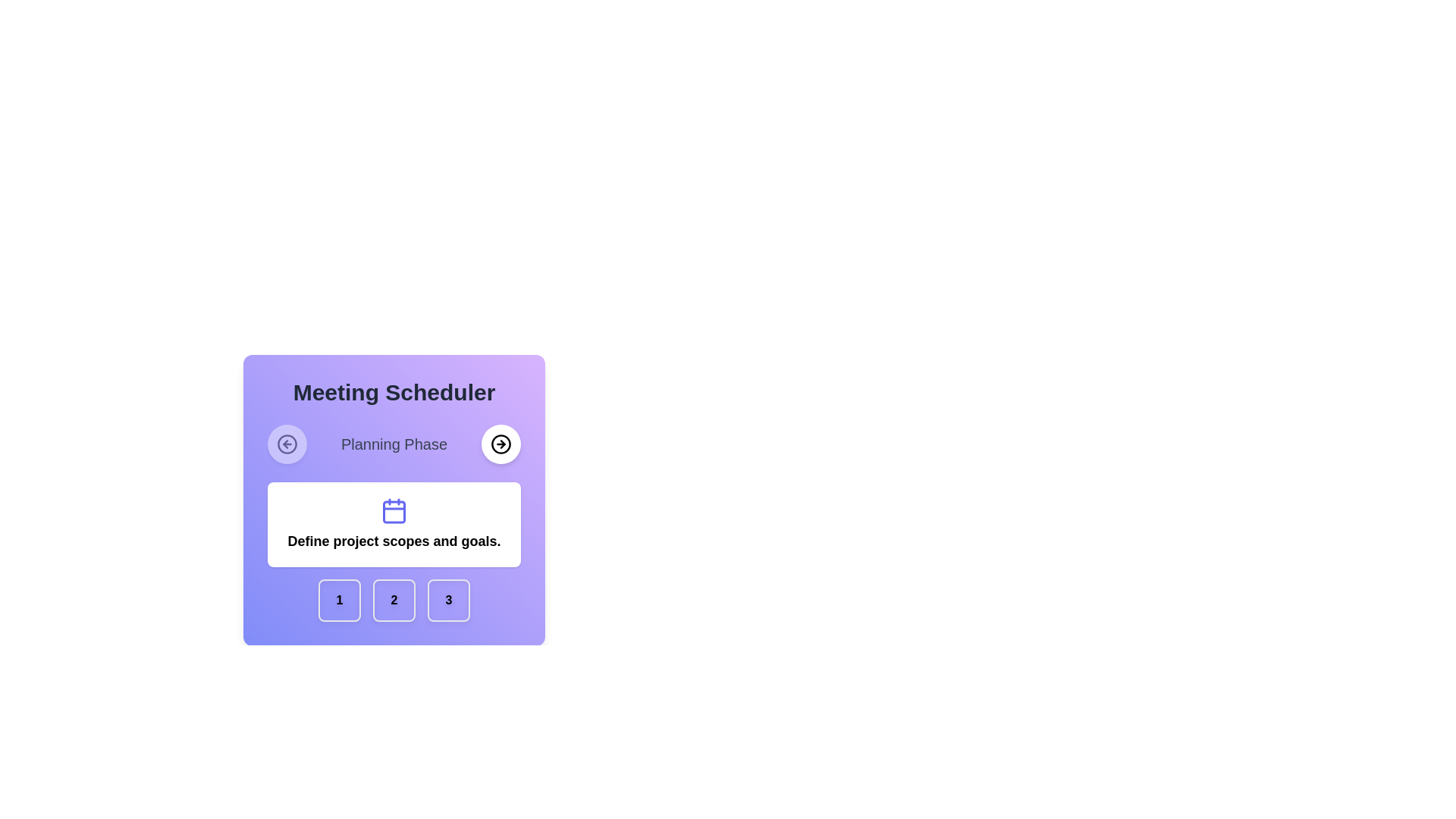 The height and width of the screenshot is (819, 1456). Describe the element at coordinates (394, 512) in the screenshot. I see `the innermost rectangular element within the calendar icon, which has rounded corners, a white fill, and a blue border, located in the 'Define project scopes and goals' section` at that location.